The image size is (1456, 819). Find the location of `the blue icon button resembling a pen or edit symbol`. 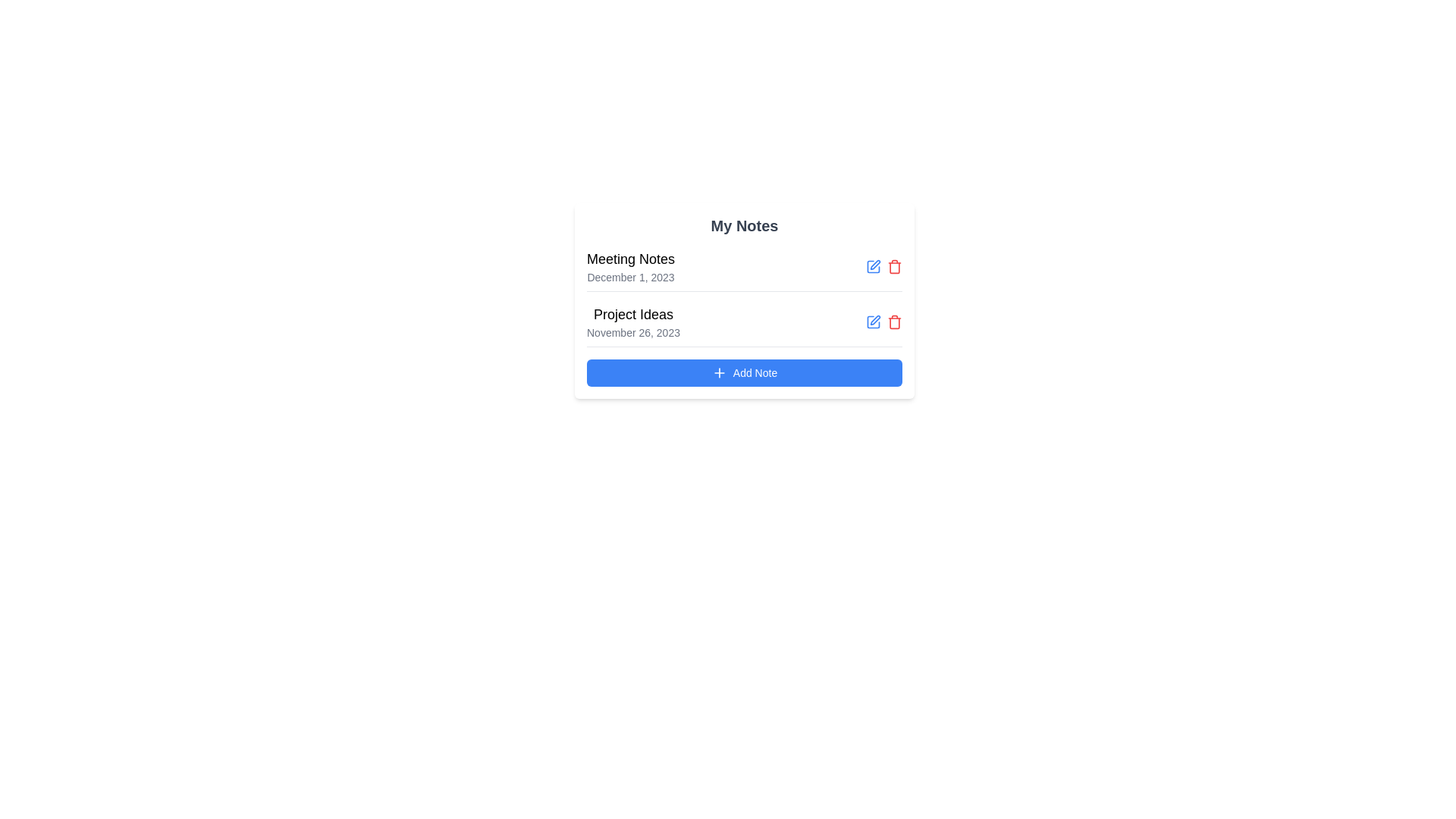

the blue icon button resembling a pen or edit symbol is located at coordinates (874, 321).